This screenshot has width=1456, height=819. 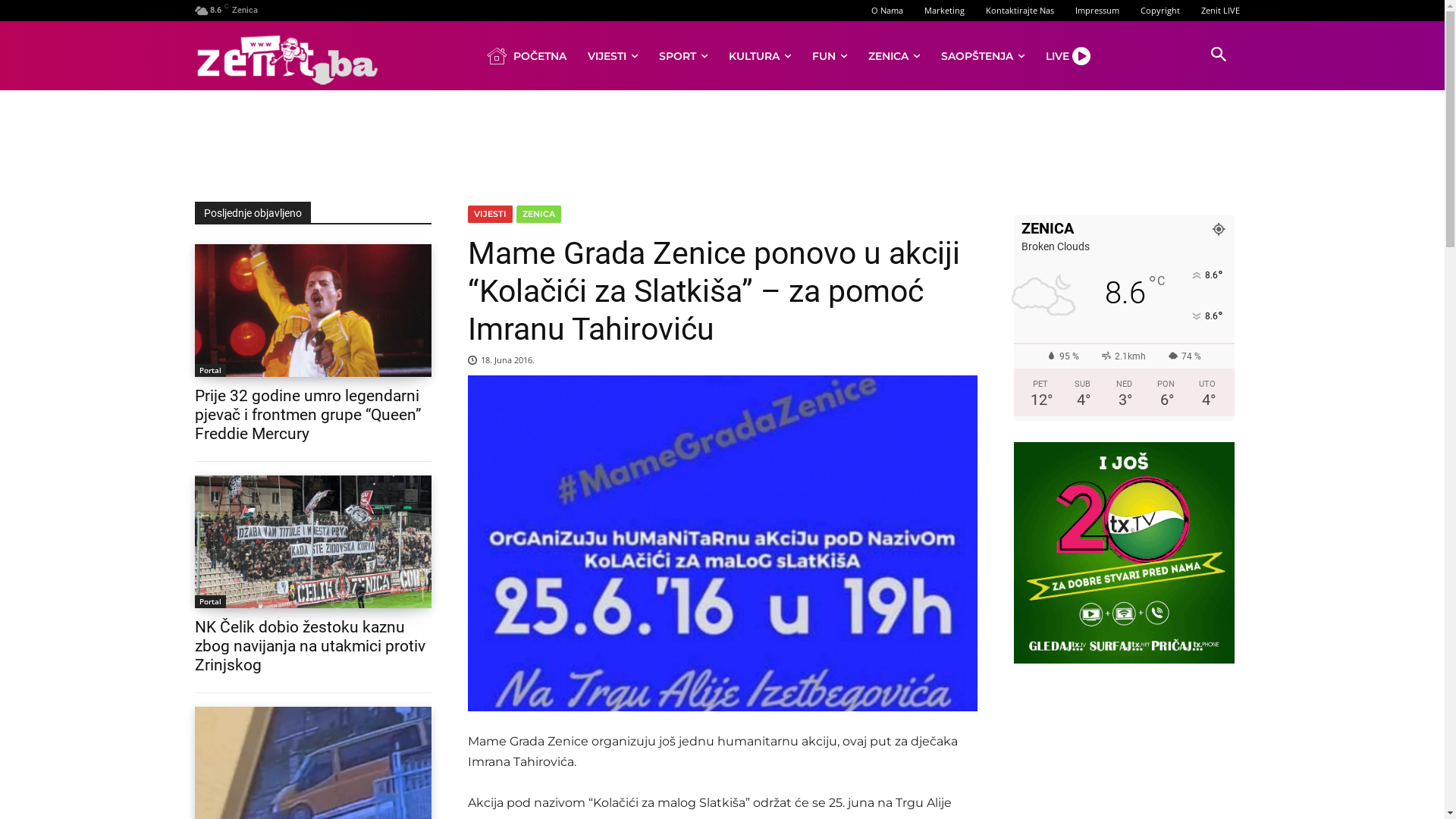 What do you see at coordinates (612, 55) in the screenshot?
I see `'VIJESTI'` at bounding box center [612, 55].